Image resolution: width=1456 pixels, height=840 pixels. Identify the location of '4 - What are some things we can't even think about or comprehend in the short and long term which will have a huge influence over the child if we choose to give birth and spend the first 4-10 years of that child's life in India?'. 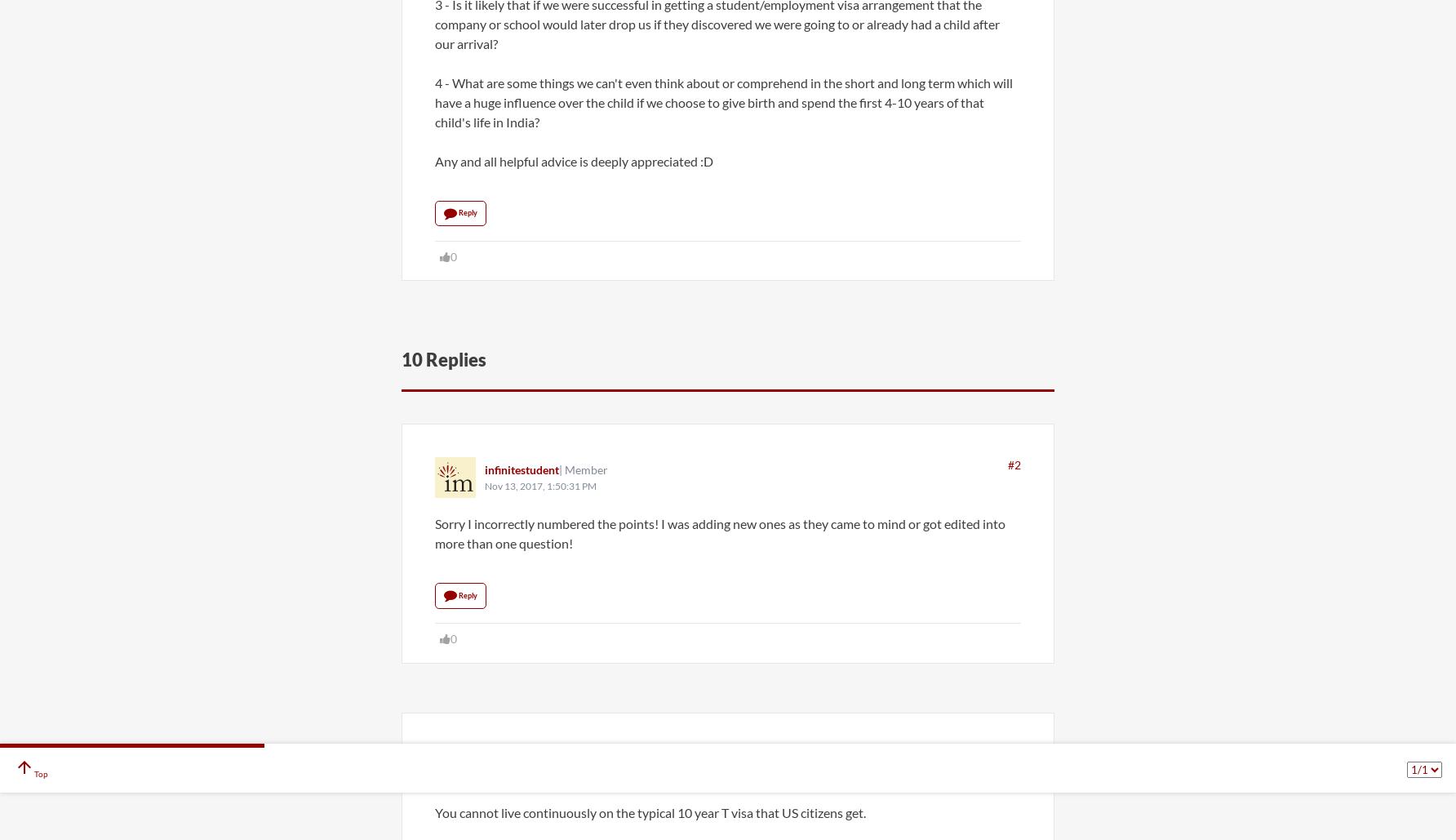
(435, 100).